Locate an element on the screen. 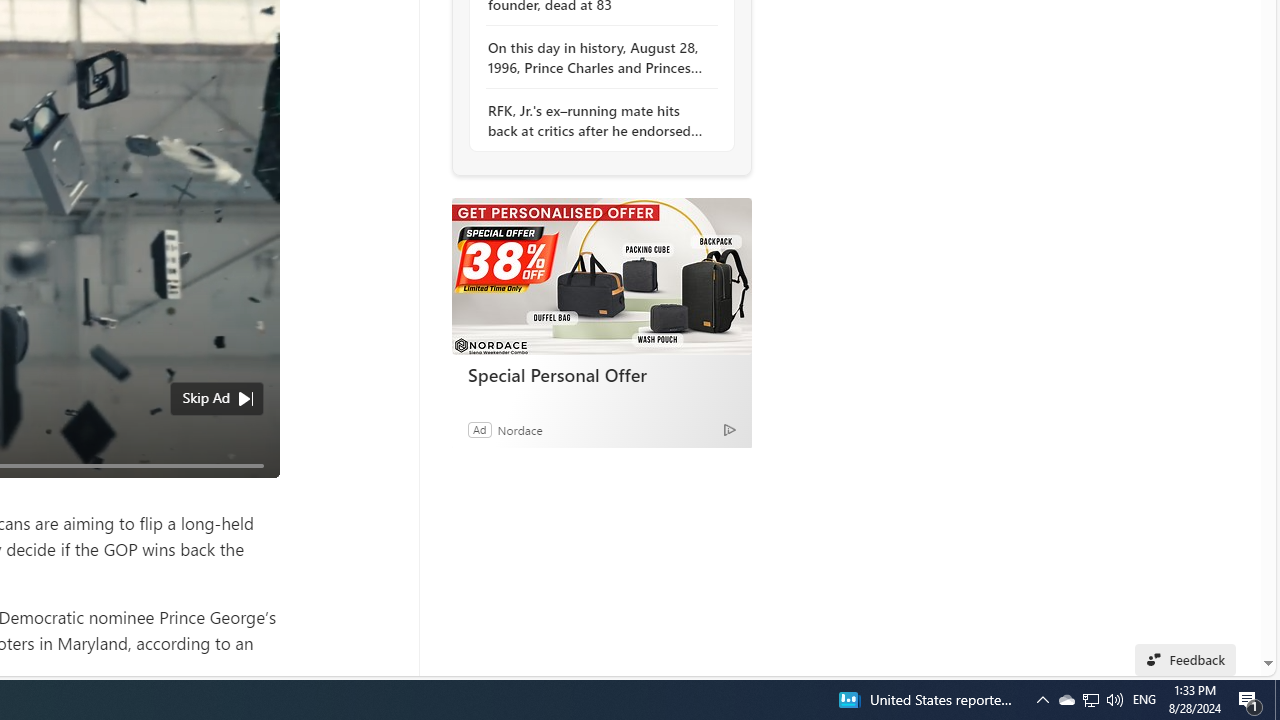 This screenshot has width=1280, height=720. 'Skip Ad' is located at coordinates (206, 398).